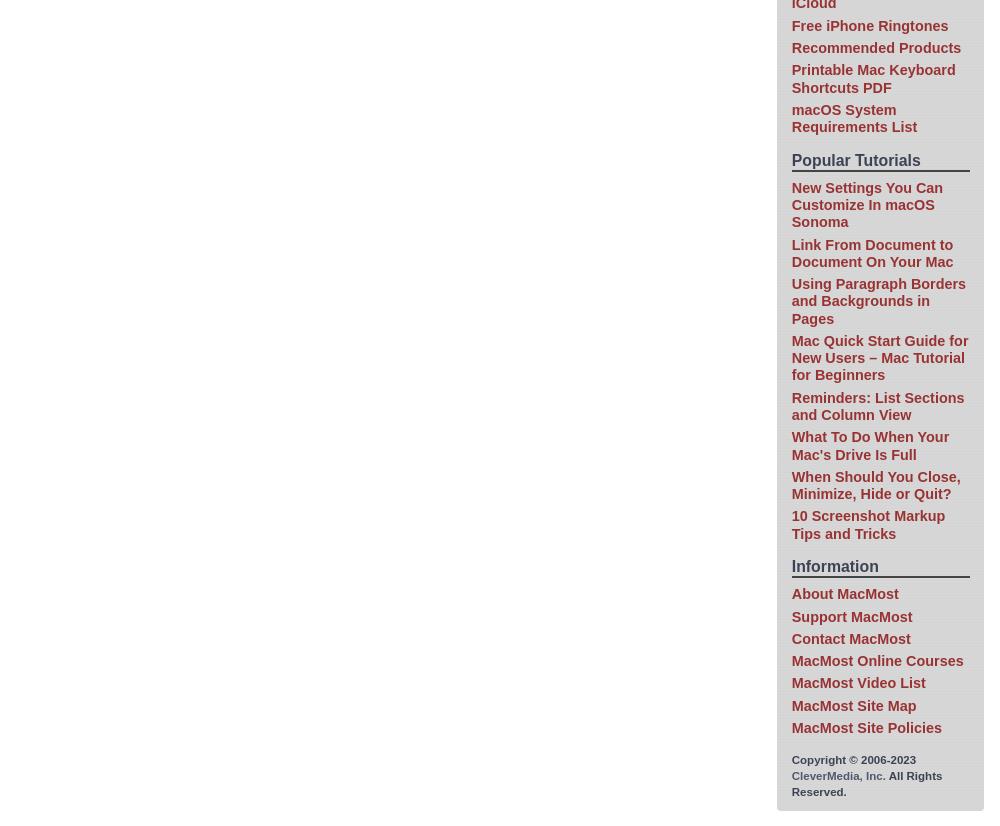 The image size is (1000, 826). Describe the element at coordinates (865, 782) in the screenshot. I see `'All Rights Reserved.'` at that location.